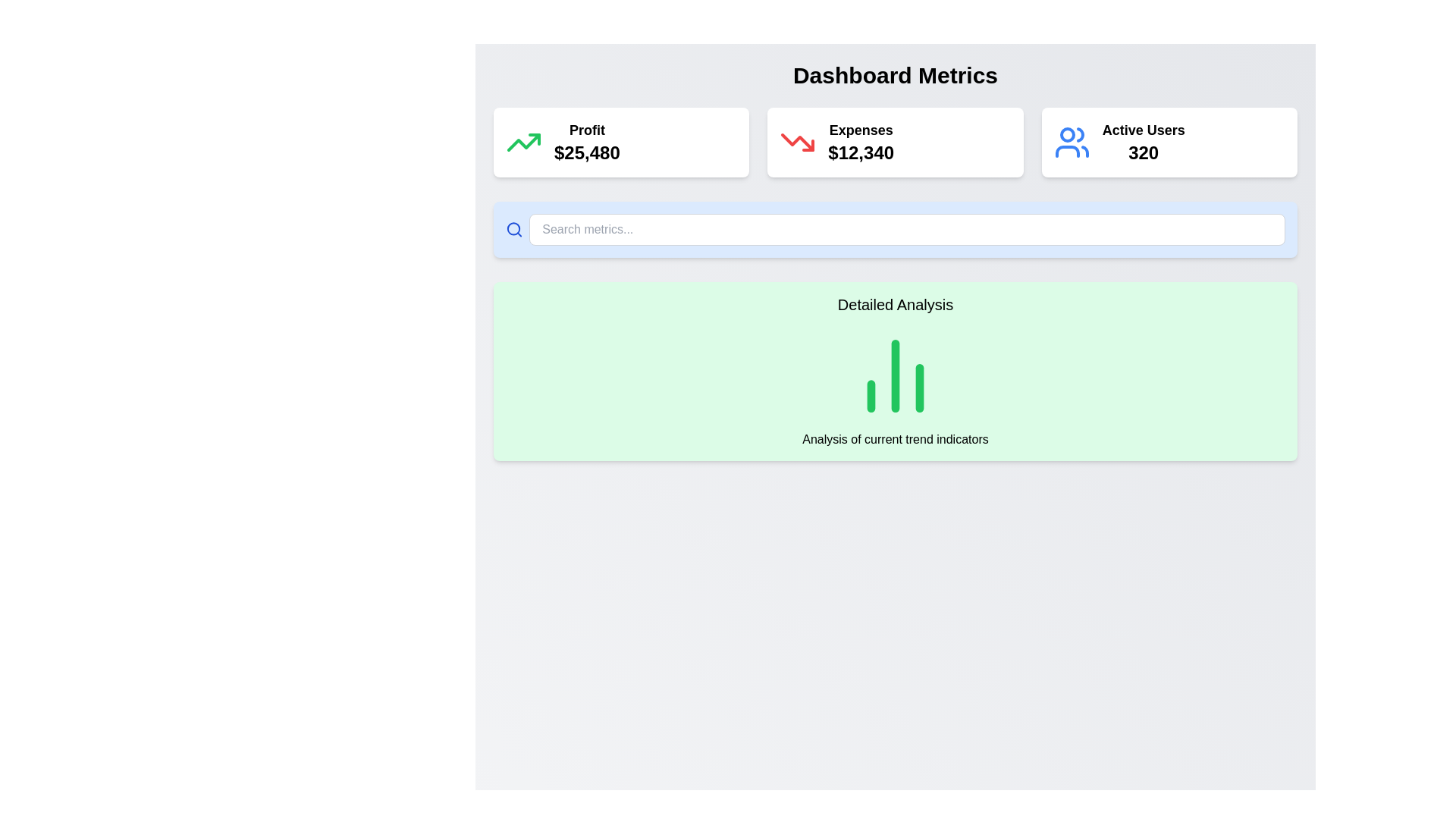 This screenshot has width=1456, height=819. Describe the element at coordinates (1144, 130) in the screenshot. I see `the static text label 'Active Users' displayed in bold and larger font in the top-right section of the dashboard` at that location.